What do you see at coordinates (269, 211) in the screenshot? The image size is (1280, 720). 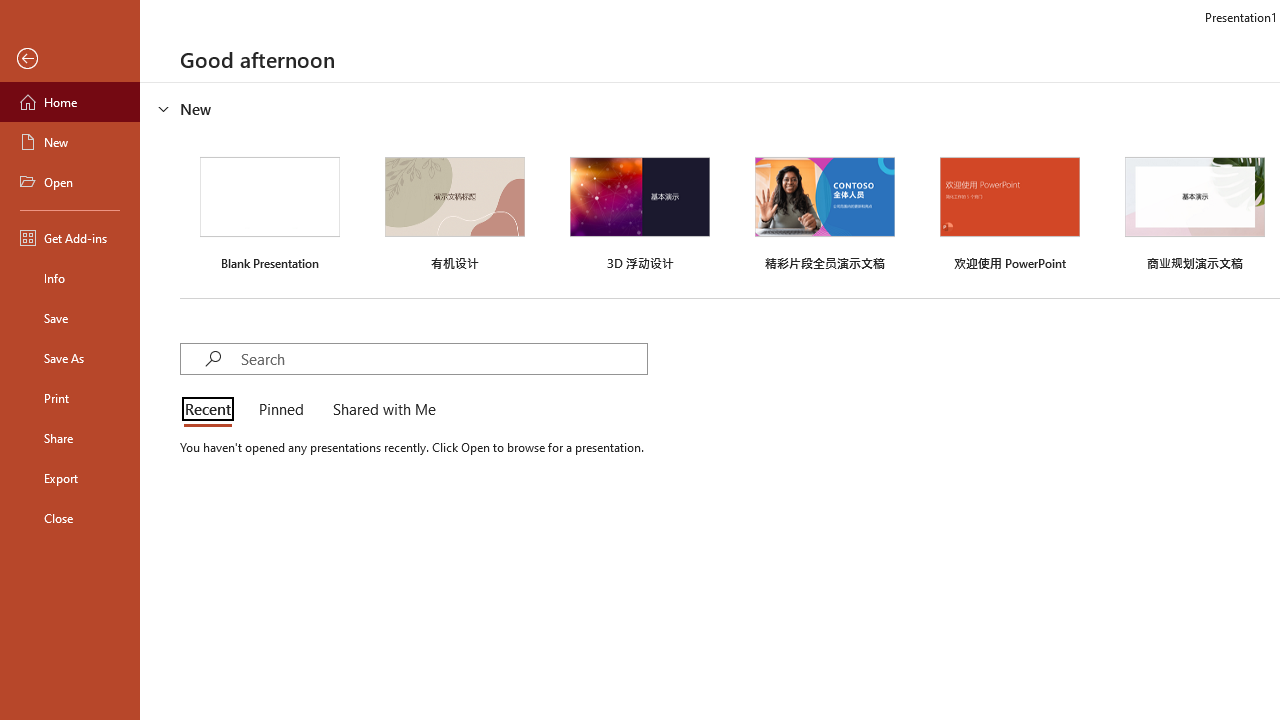 I see `'Blank Presentation'` at bounding box center [269, 211].